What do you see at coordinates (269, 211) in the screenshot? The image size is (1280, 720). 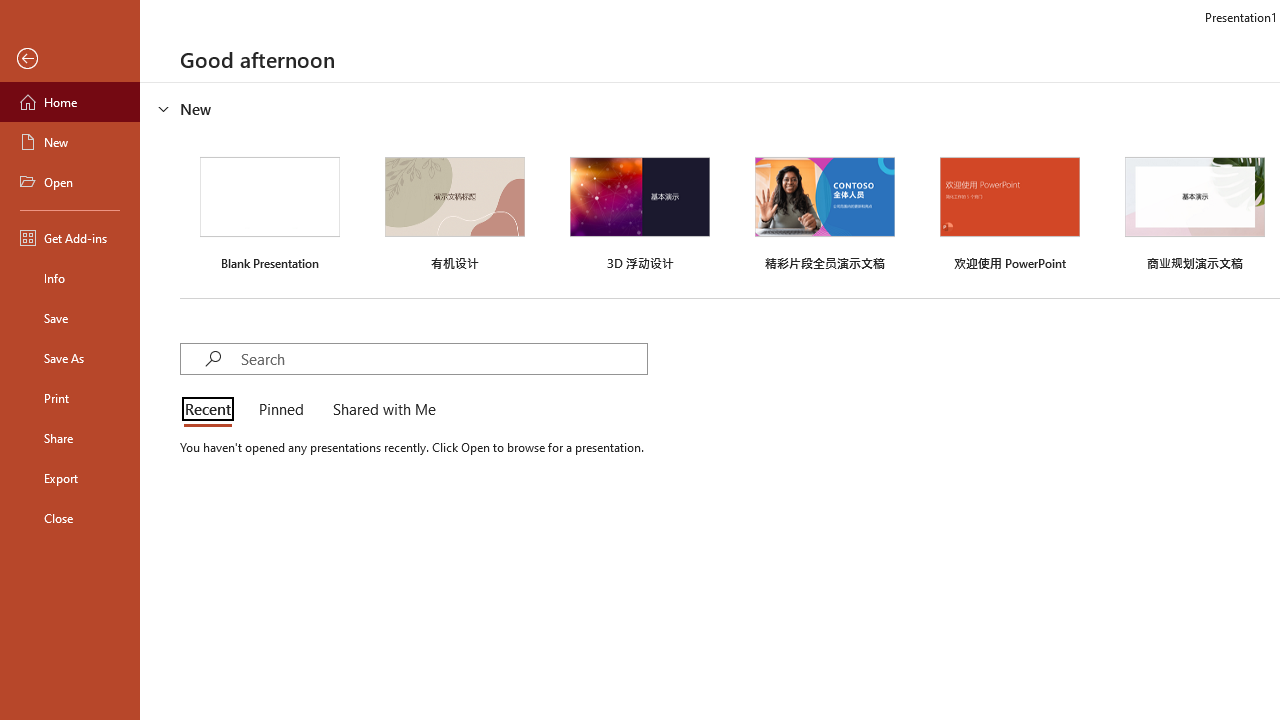 I see `'Blank Presentation'` at bounding box center [269, 211].